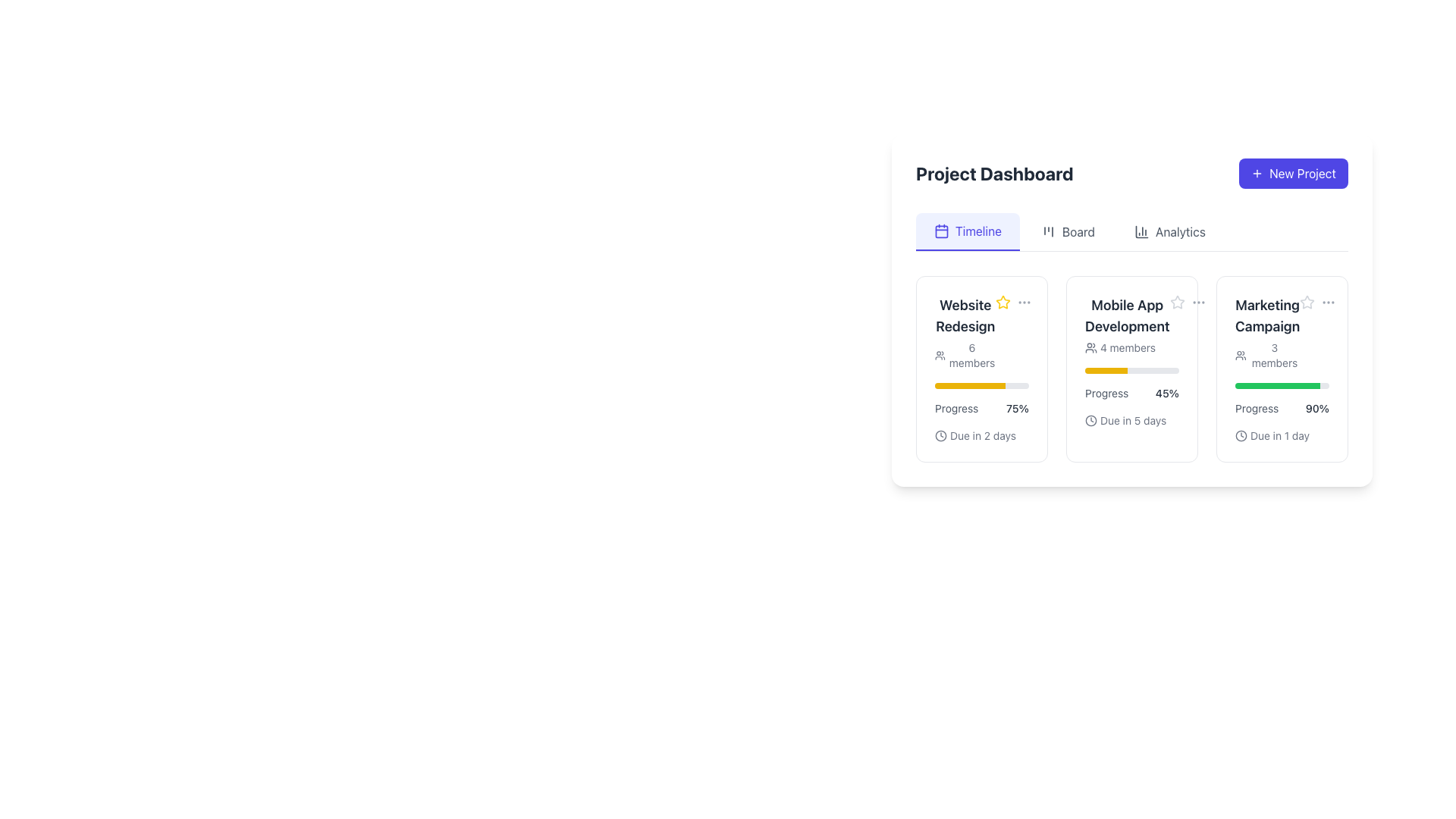 The height and width of the screenshot is (819, 1456). What do you see at coordinates (1106, 371) in the screenshot?
I see `progress value from the yellow progress bar segment within the 'Mobile App Development' card on the dashboard` at bounding box center [1106, 371].